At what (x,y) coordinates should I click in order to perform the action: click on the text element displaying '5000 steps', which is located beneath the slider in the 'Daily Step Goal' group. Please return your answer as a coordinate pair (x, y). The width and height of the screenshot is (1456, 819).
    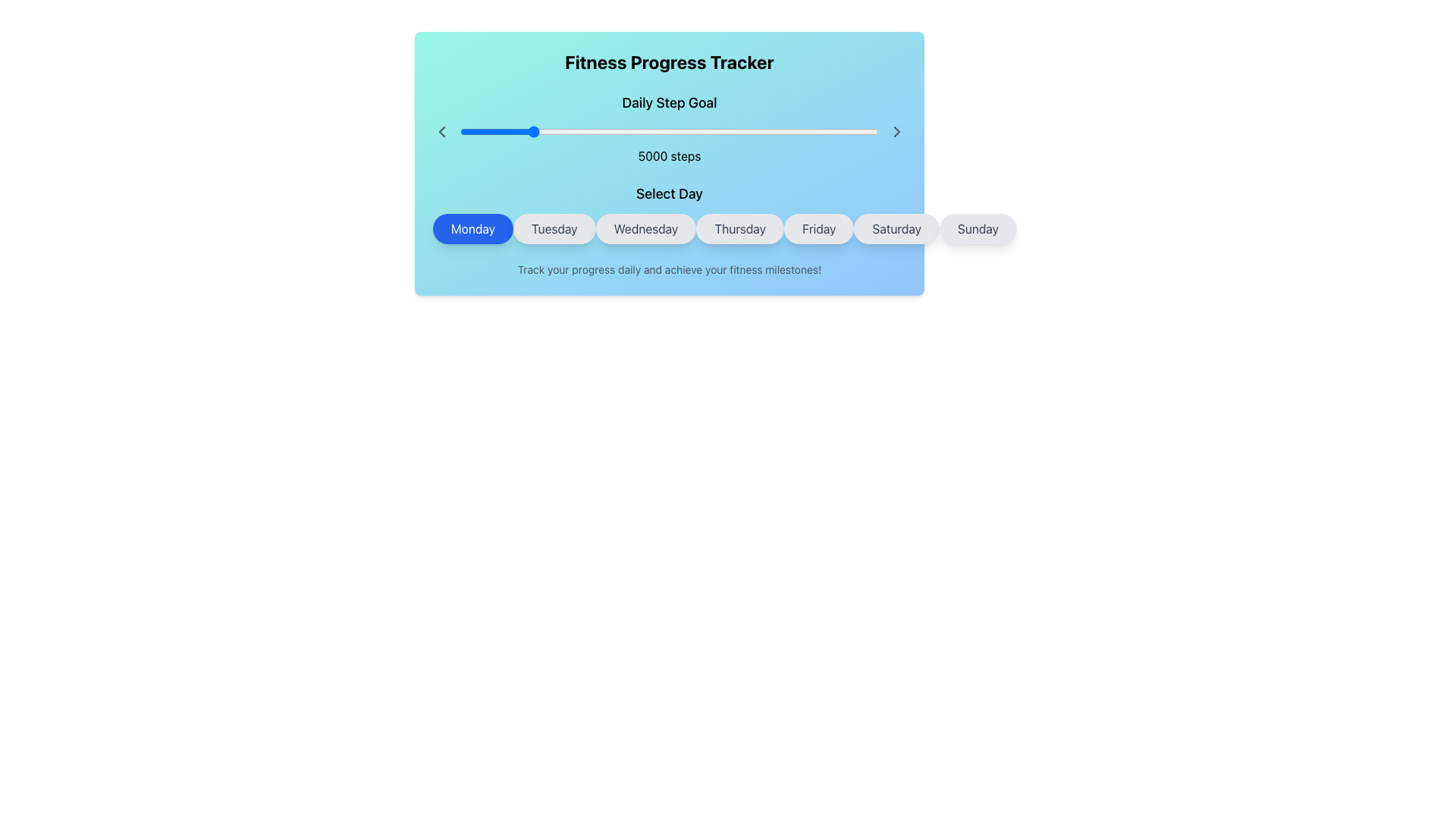
    Looking at the image, I should click on (669, 155).